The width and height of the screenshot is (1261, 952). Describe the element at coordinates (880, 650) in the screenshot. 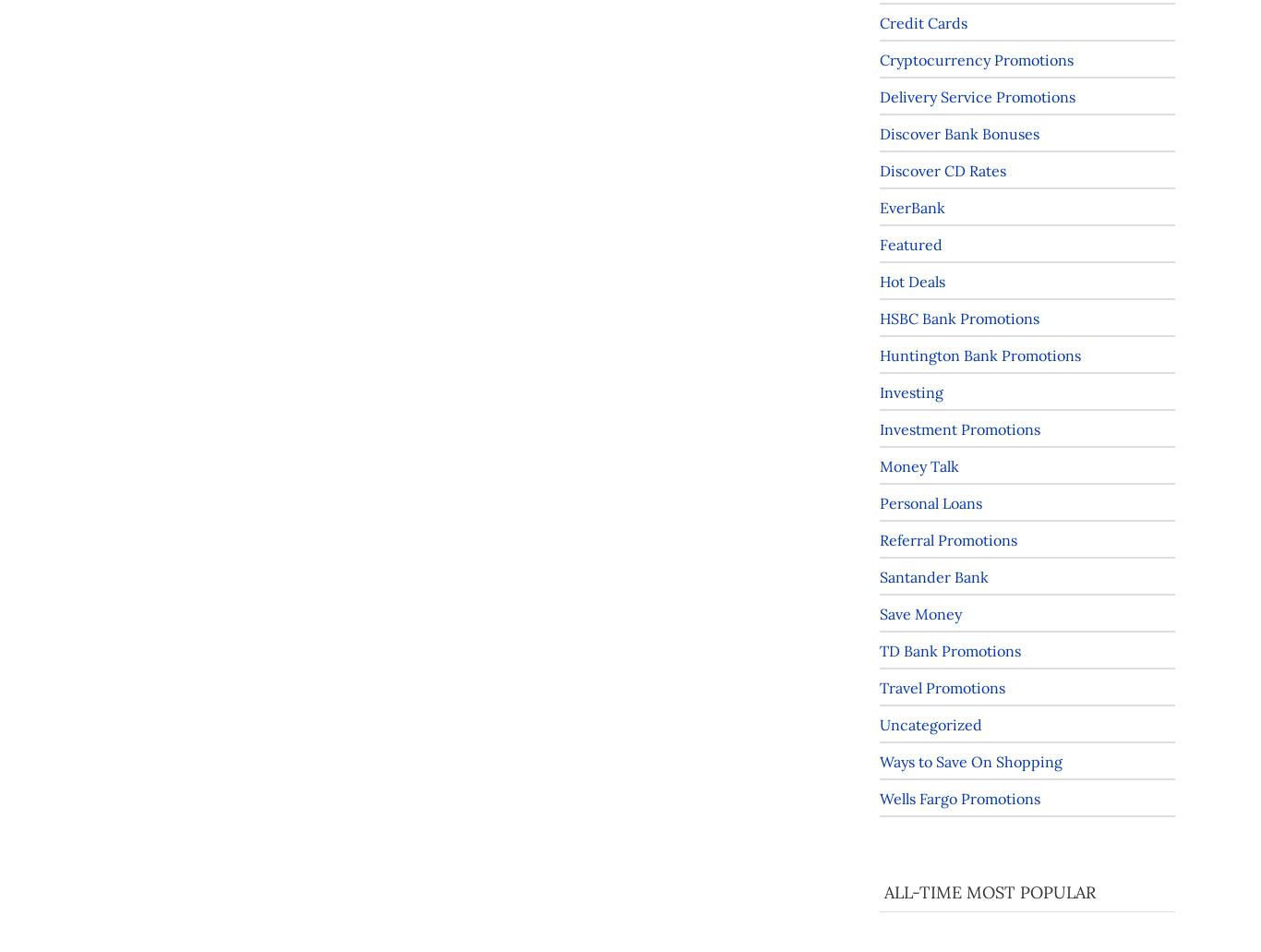

I see `'TD Bank Promotions'` at that location.